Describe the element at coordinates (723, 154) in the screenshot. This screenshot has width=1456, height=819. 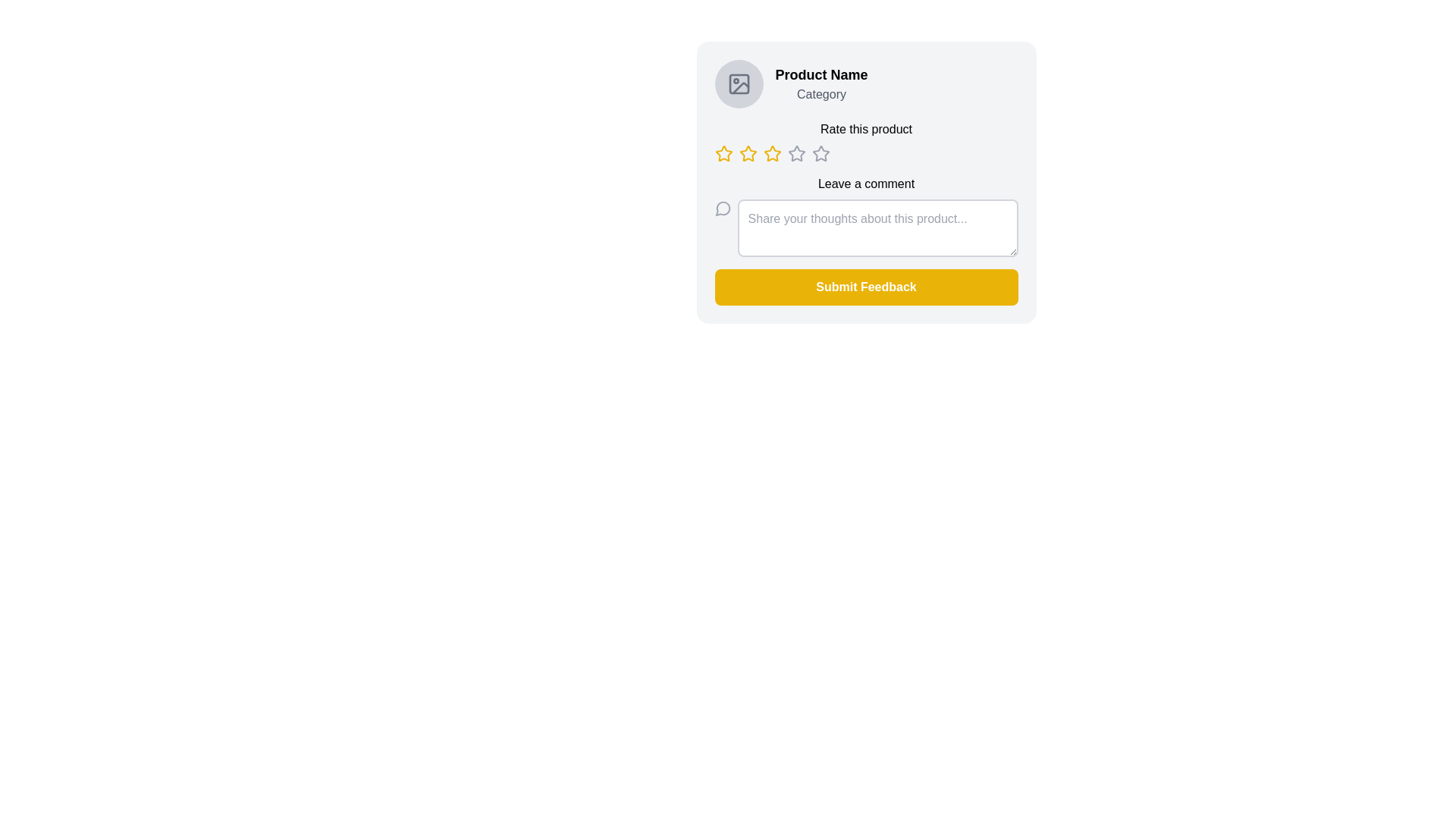
I see `the first star in the rating system` at that location.